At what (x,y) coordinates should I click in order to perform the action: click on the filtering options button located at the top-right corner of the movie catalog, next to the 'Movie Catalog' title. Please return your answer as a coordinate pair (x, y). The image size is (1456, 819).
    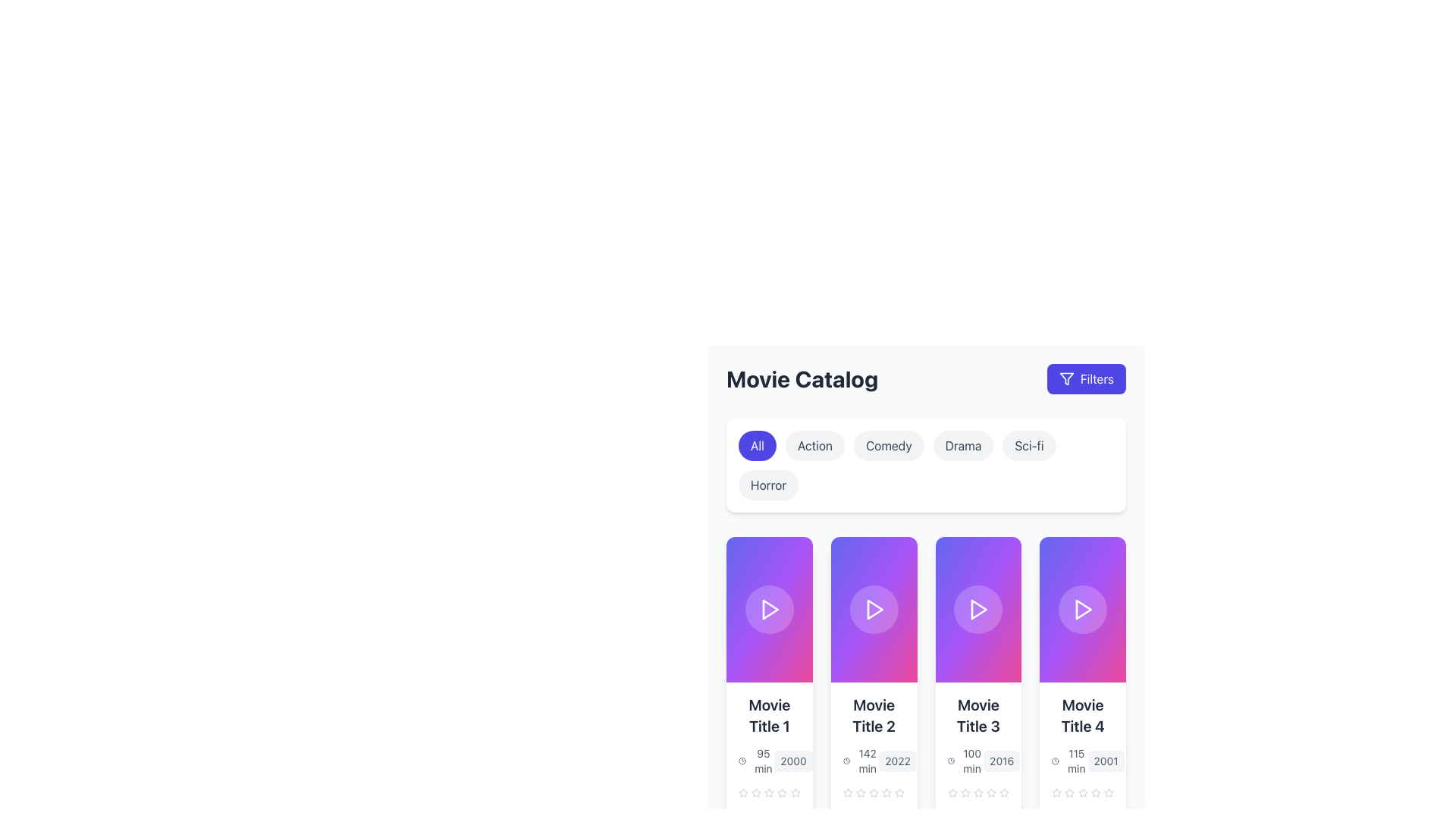
    Looking at the image, I should click on (1085, 378).